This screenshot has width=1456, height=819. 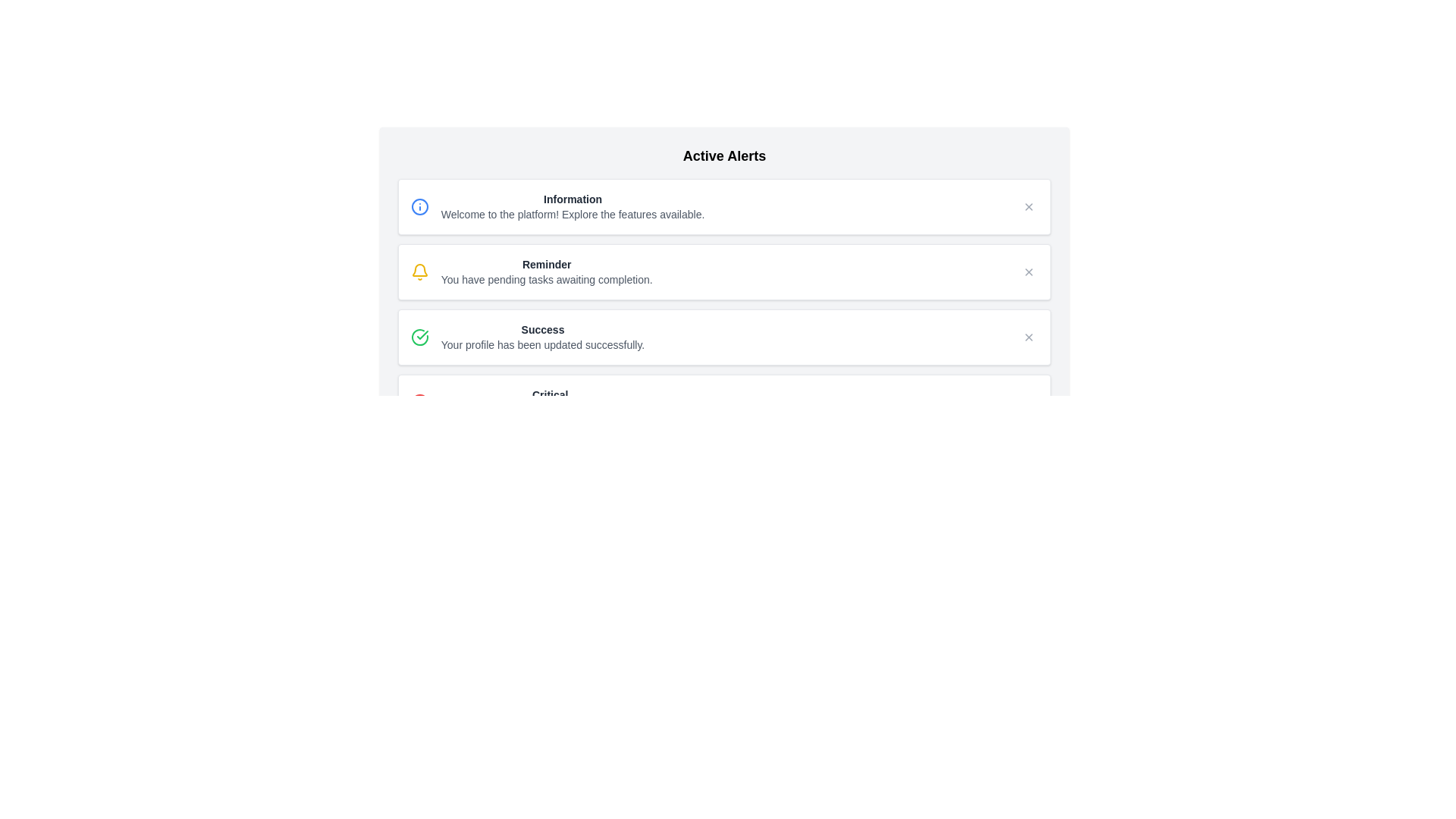 What do you see at coordinates (542, 336) in the screenshot?
I see `the notification text element that displays 'Success' and 'Your profile has been updated successfully.'` at bounding box center [542, 336].